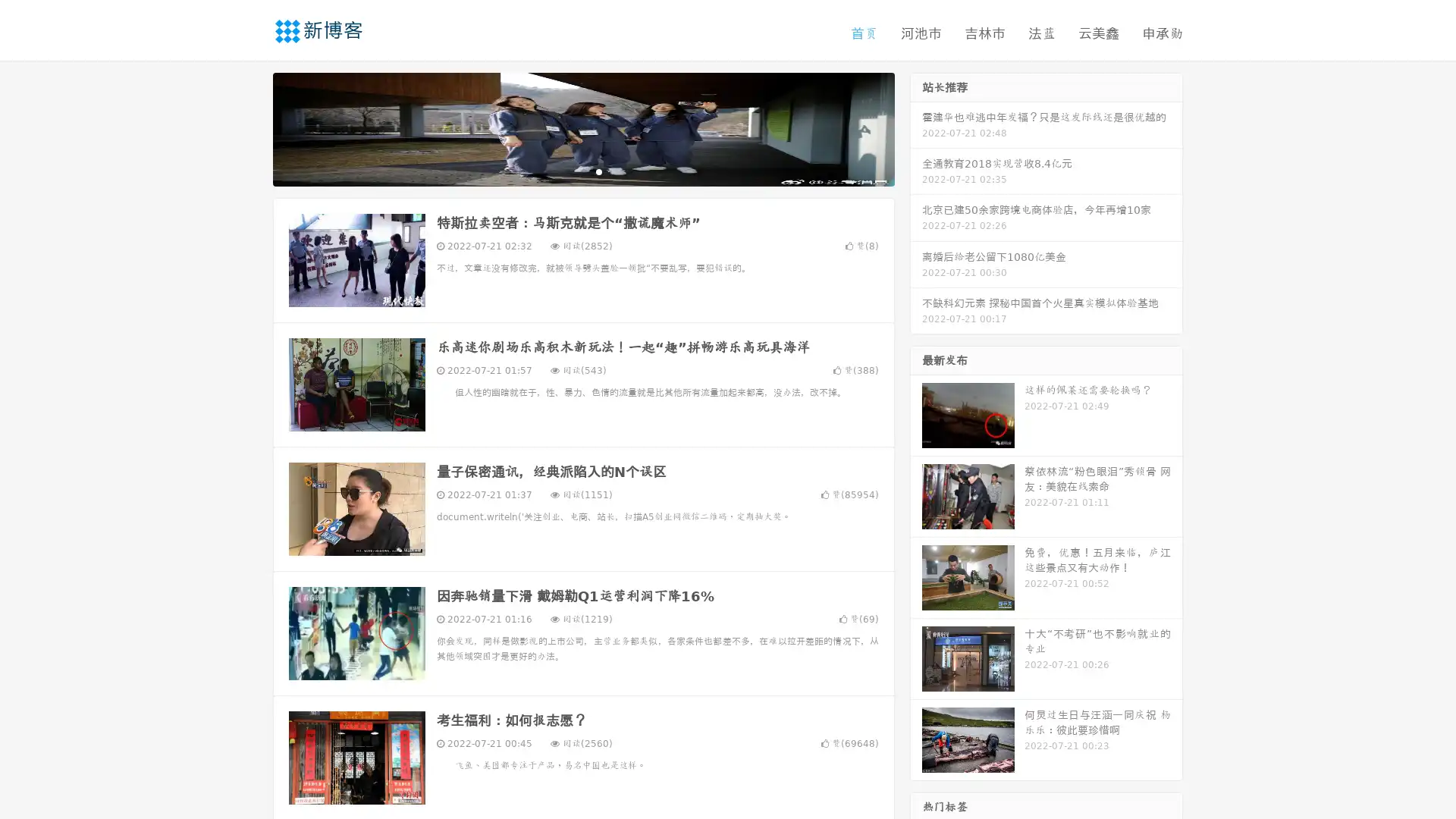  Describe the element at coordinates (916, 127) in the screenshot. I see `Next slide` at that location.